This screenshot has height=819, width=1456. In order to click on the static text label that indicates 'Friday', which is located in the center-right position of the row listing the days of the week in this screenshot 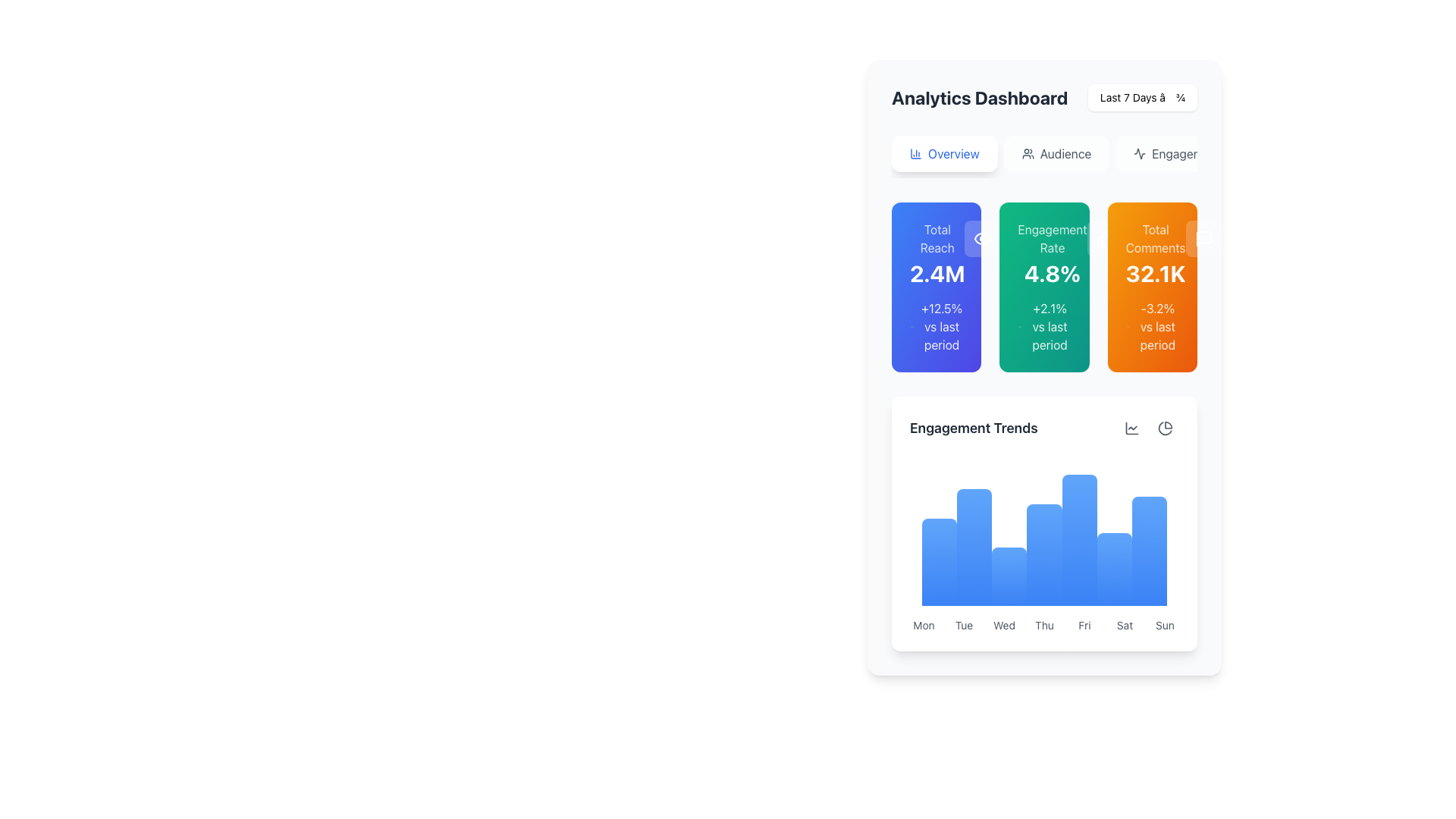, I will do `click(1084, 626)`.